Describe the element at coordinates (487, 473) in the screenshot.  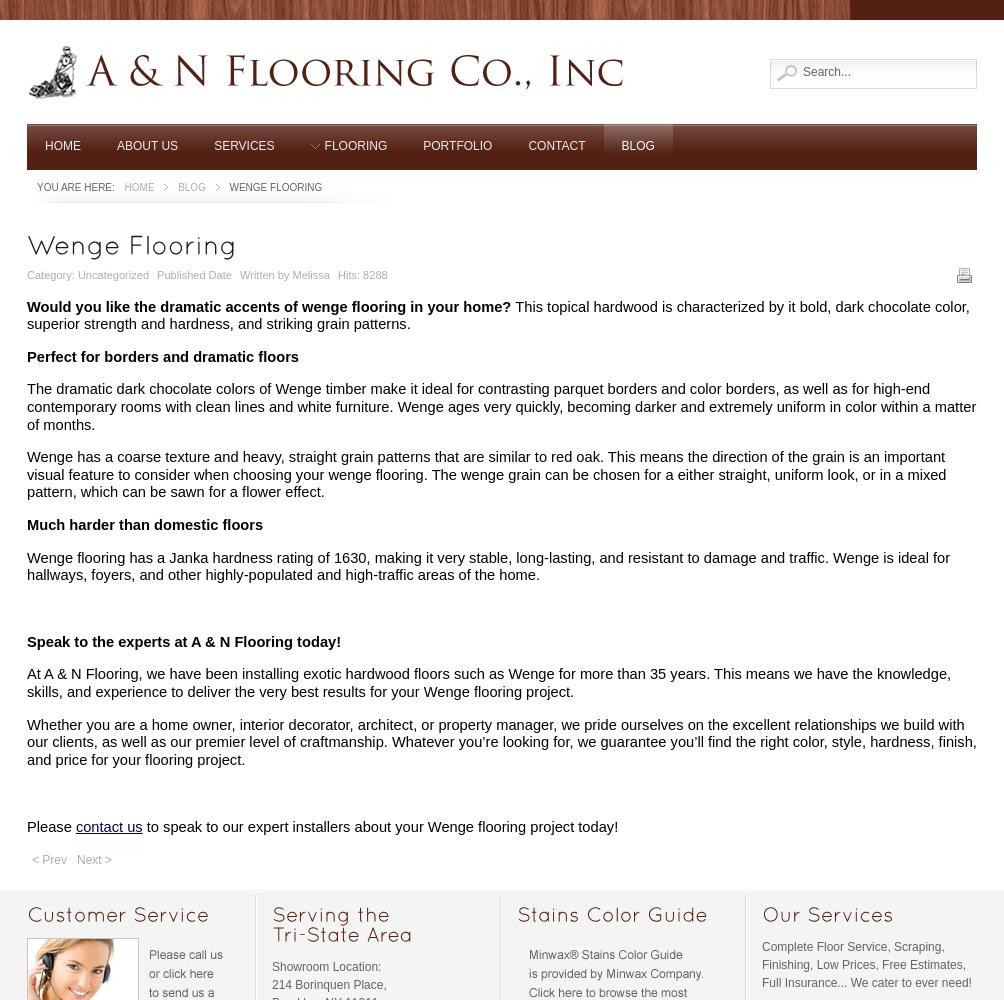
I see `'Wenge has a coarse texture and heavy, straight grain patterns that are similar to red oak. This means the direction of the grain is an important visual feature to consider when choosing your wenge flooring. The wenge grain can be chosen for a either straight, uniform look, or in a mixed pattern, which can be sawn for a flower effect.'` at that location.